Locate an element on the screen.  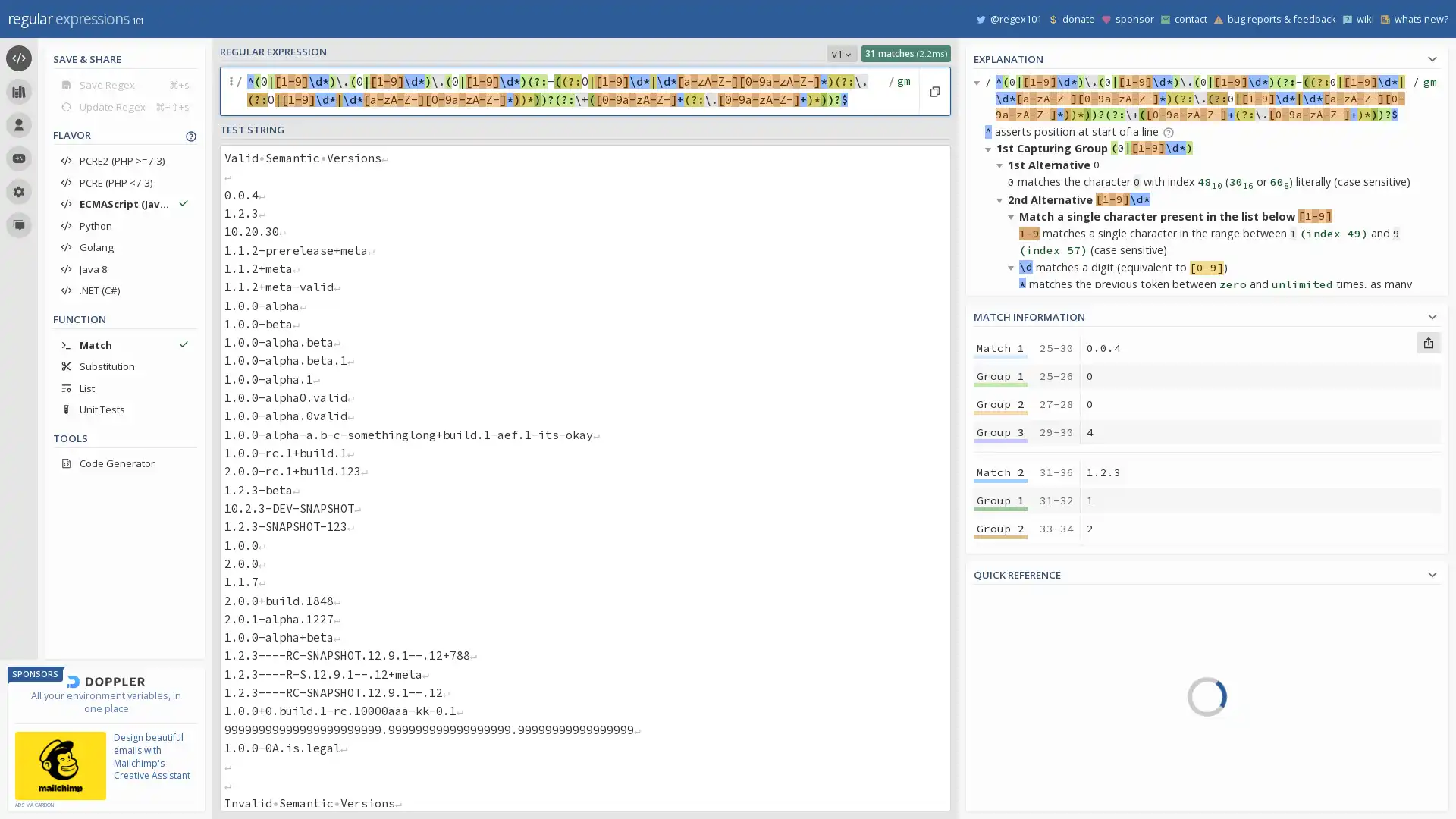
Group 2 is located at coordinates (1000, 528).